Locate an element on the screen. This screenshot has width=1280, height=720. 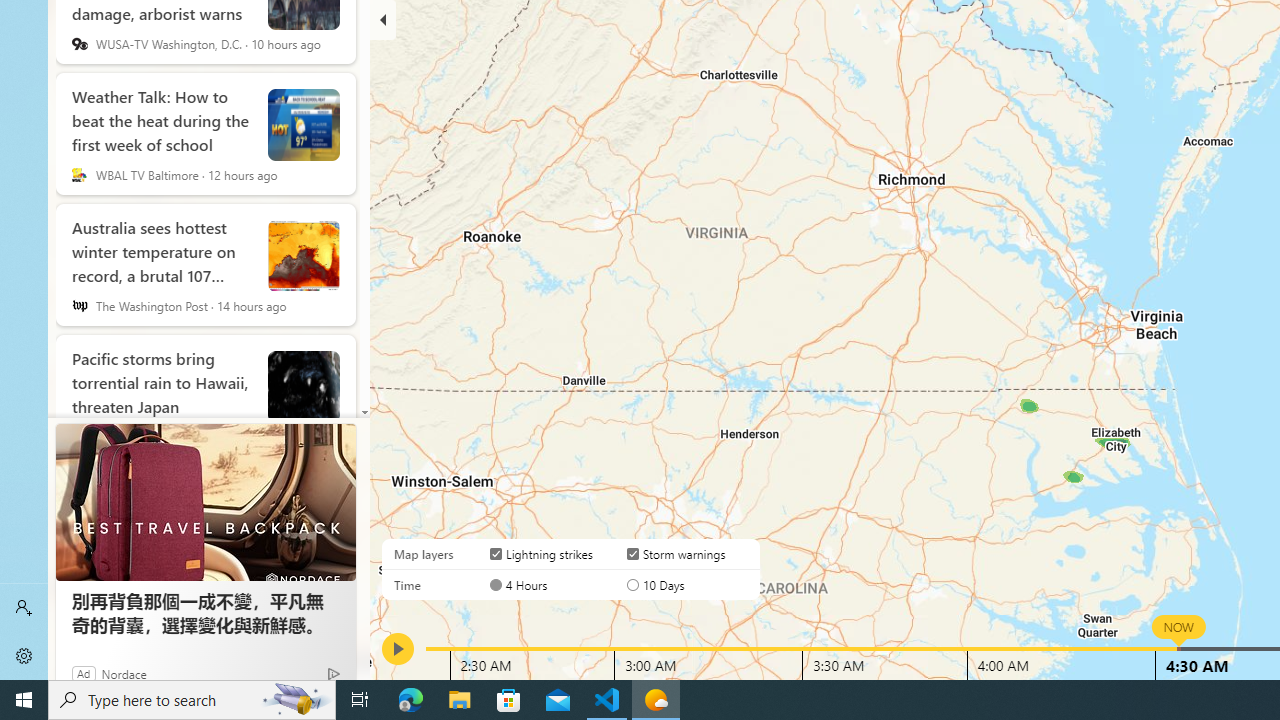
'Microsoft Store' is located at coordinates (509, 698).